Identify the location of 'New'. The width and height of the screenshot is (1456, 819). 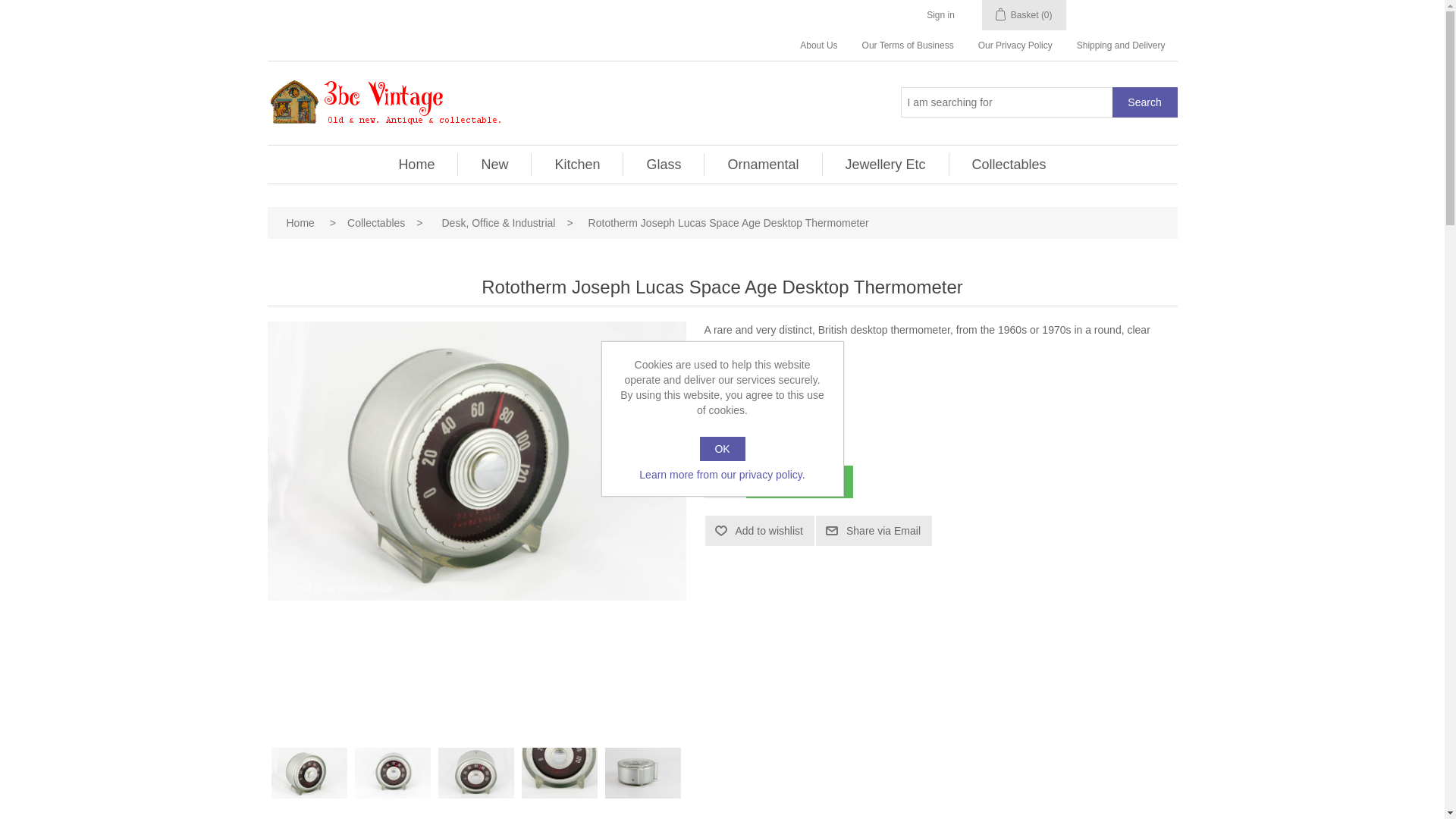
(494, 164).